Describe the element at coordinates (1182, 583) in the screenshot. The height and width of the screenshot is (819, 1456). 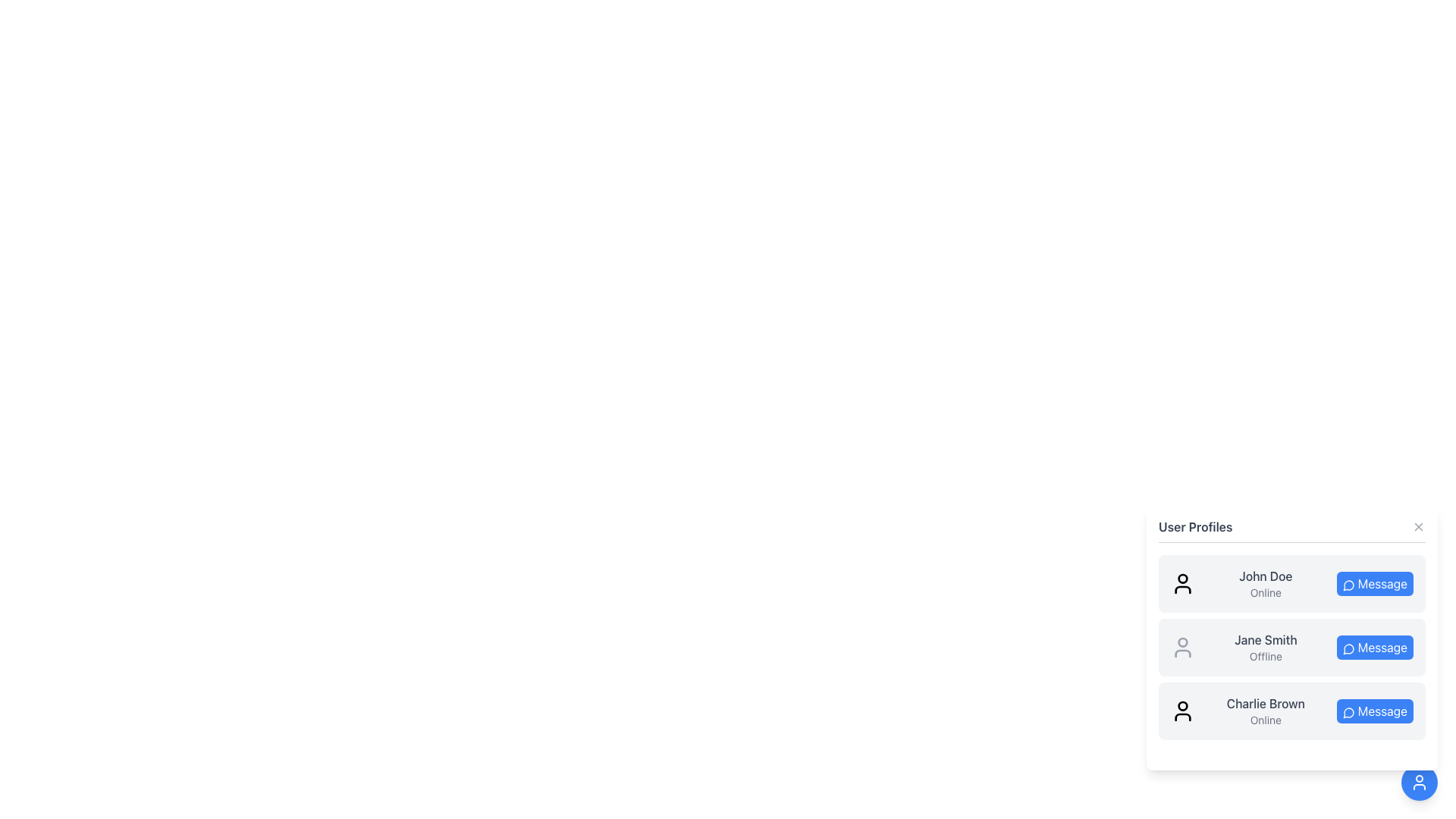
I see `the User Profile Icon resembling a user silhouette with a black and green tint, located next to the name 'John Doe'` at that location.